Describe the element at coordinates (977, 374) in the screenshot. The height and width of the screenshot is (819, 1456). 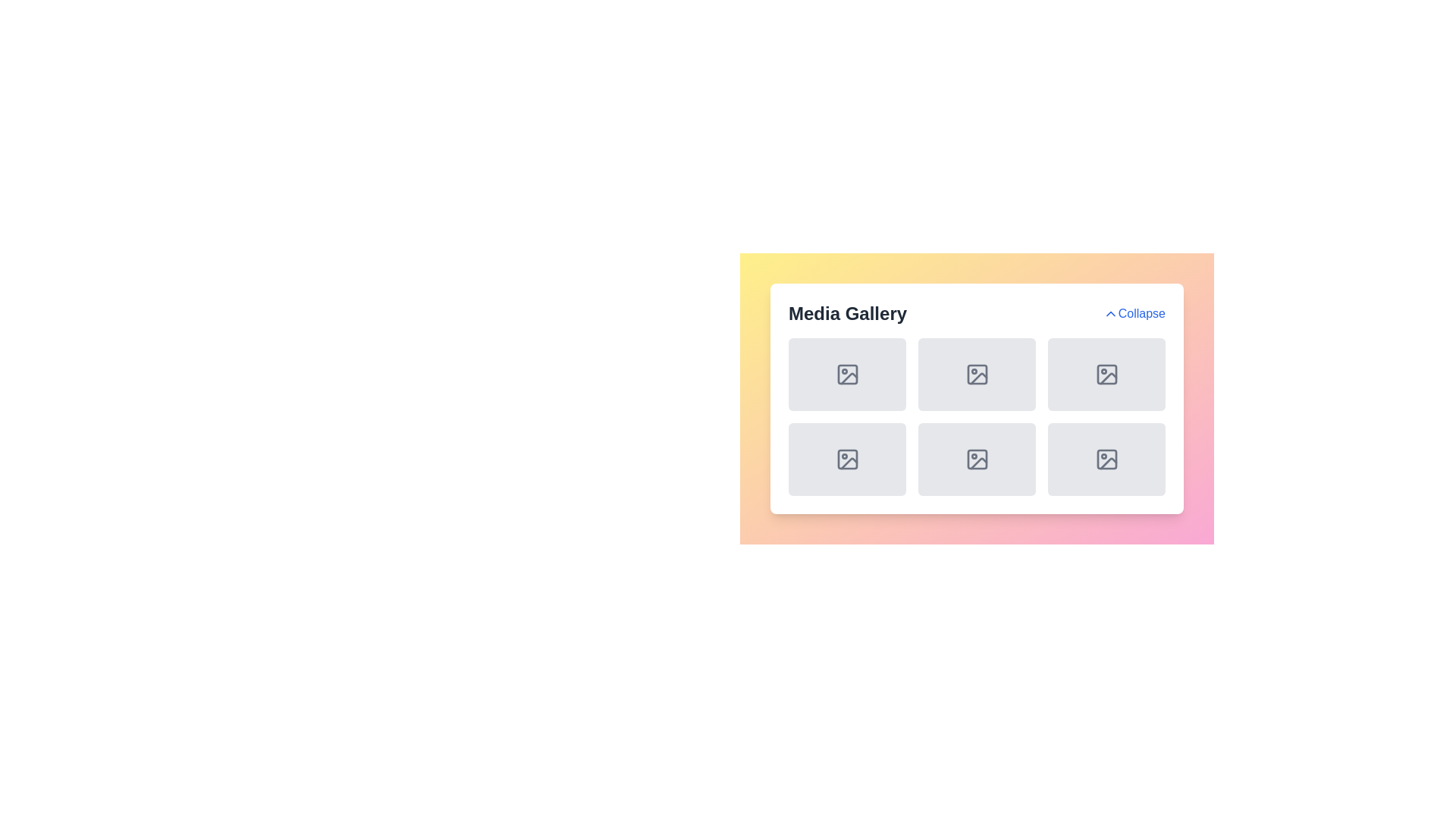
I see `the icon representing an image, which is styled with a gray-colored outline and is the middle item in the top row of the Media Gallery section` at that location.